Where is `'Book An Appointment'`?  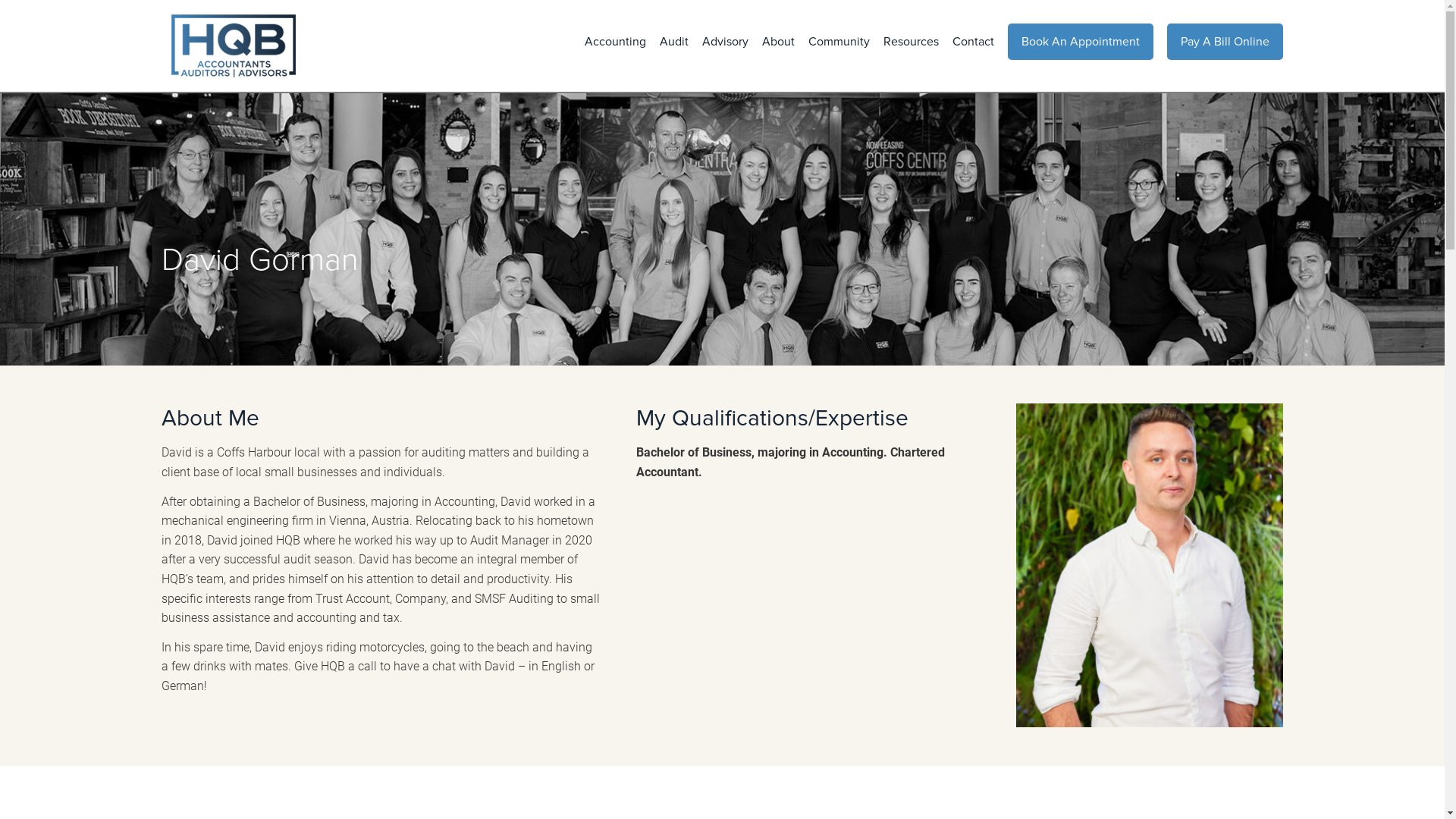 'Book An Appointment' is located at coordinates (1080, 40).